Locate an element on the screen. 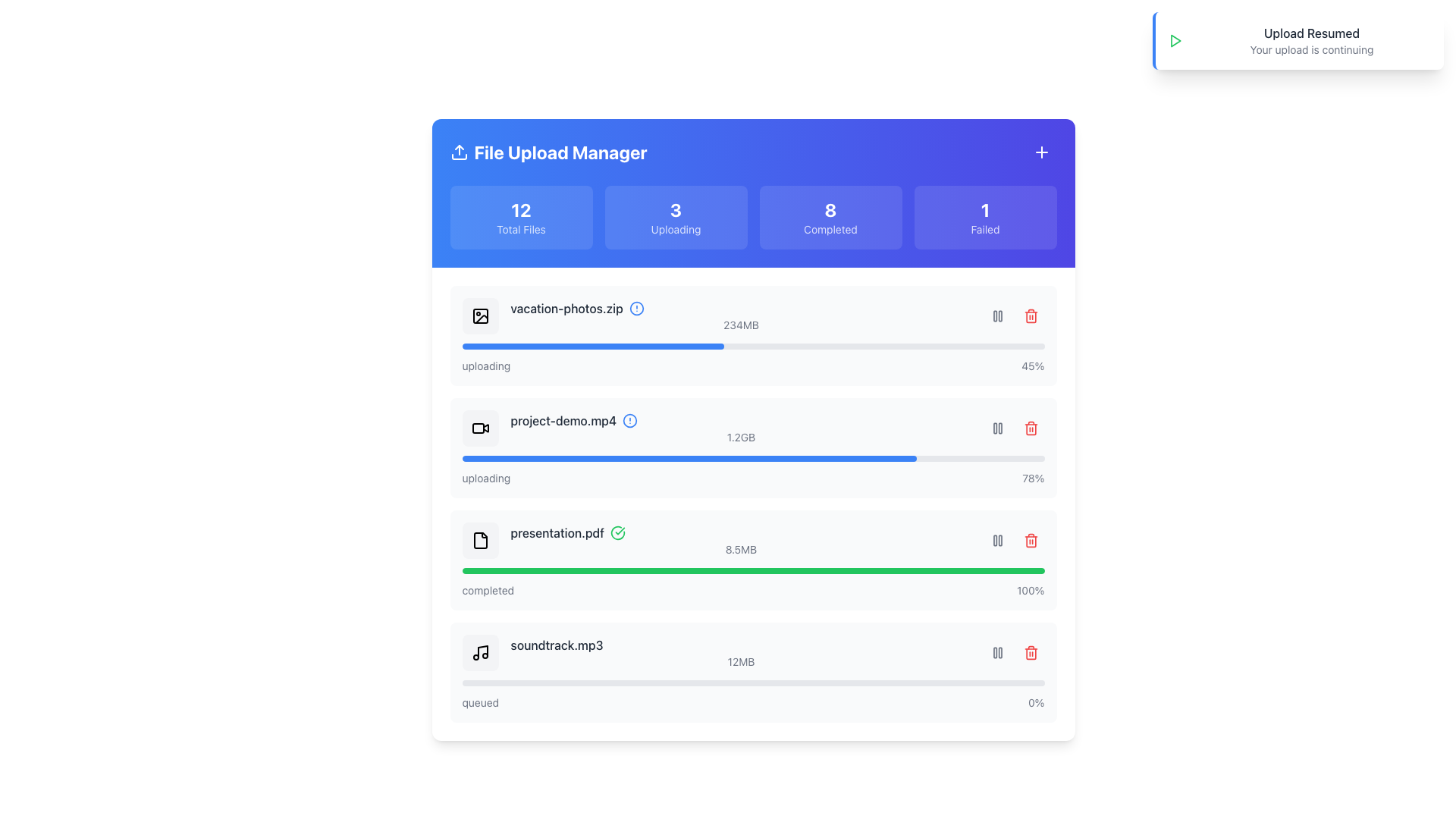 This screenshot has width=1456, height=819. the document file icon representing 'presentation.pdf' in the file upload manager is located at coordinates (479, 540).